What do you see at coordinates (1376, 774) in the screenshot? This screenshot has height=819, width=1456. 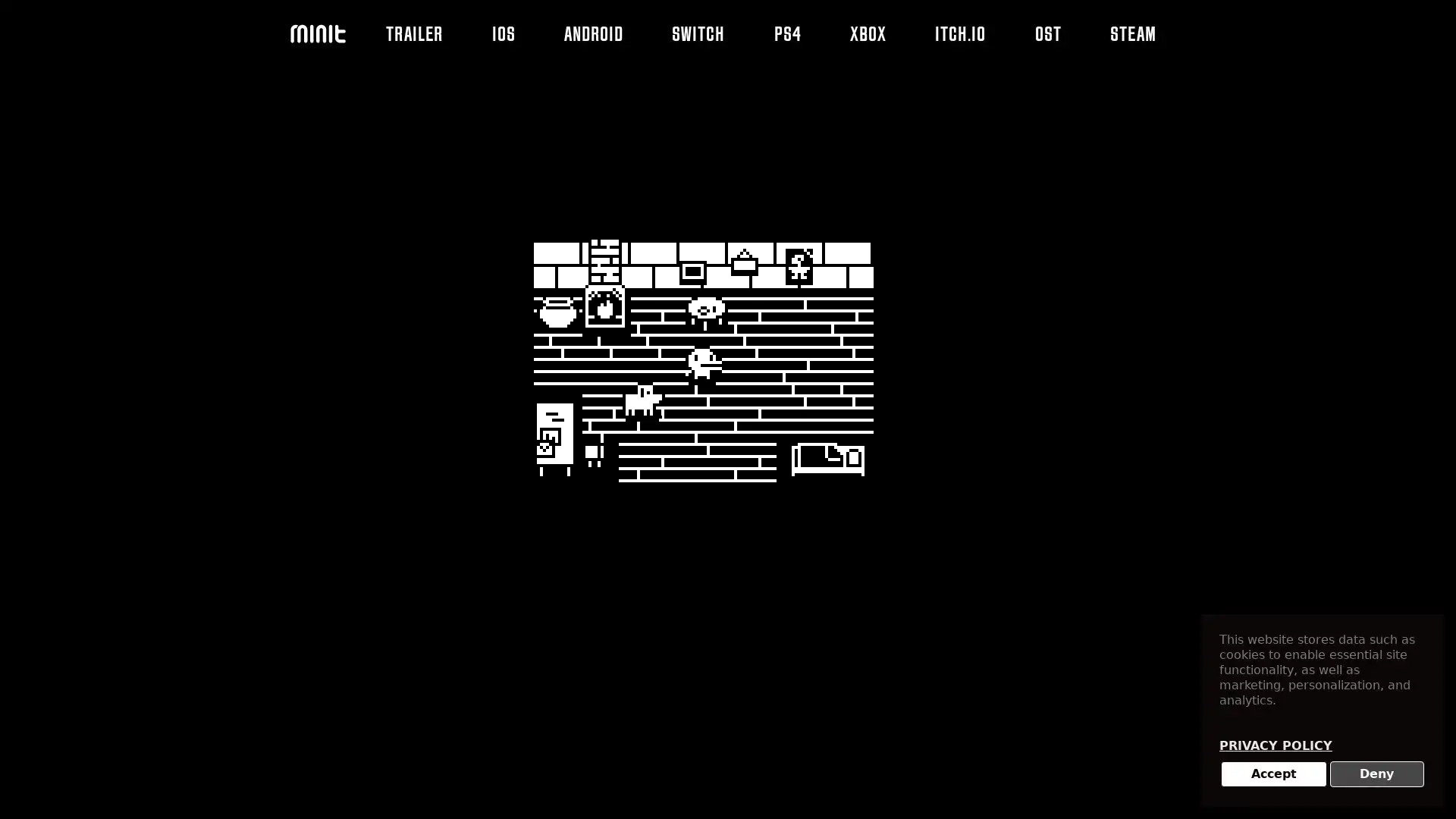 I see `Deny` at bounding box center [1376, 774].